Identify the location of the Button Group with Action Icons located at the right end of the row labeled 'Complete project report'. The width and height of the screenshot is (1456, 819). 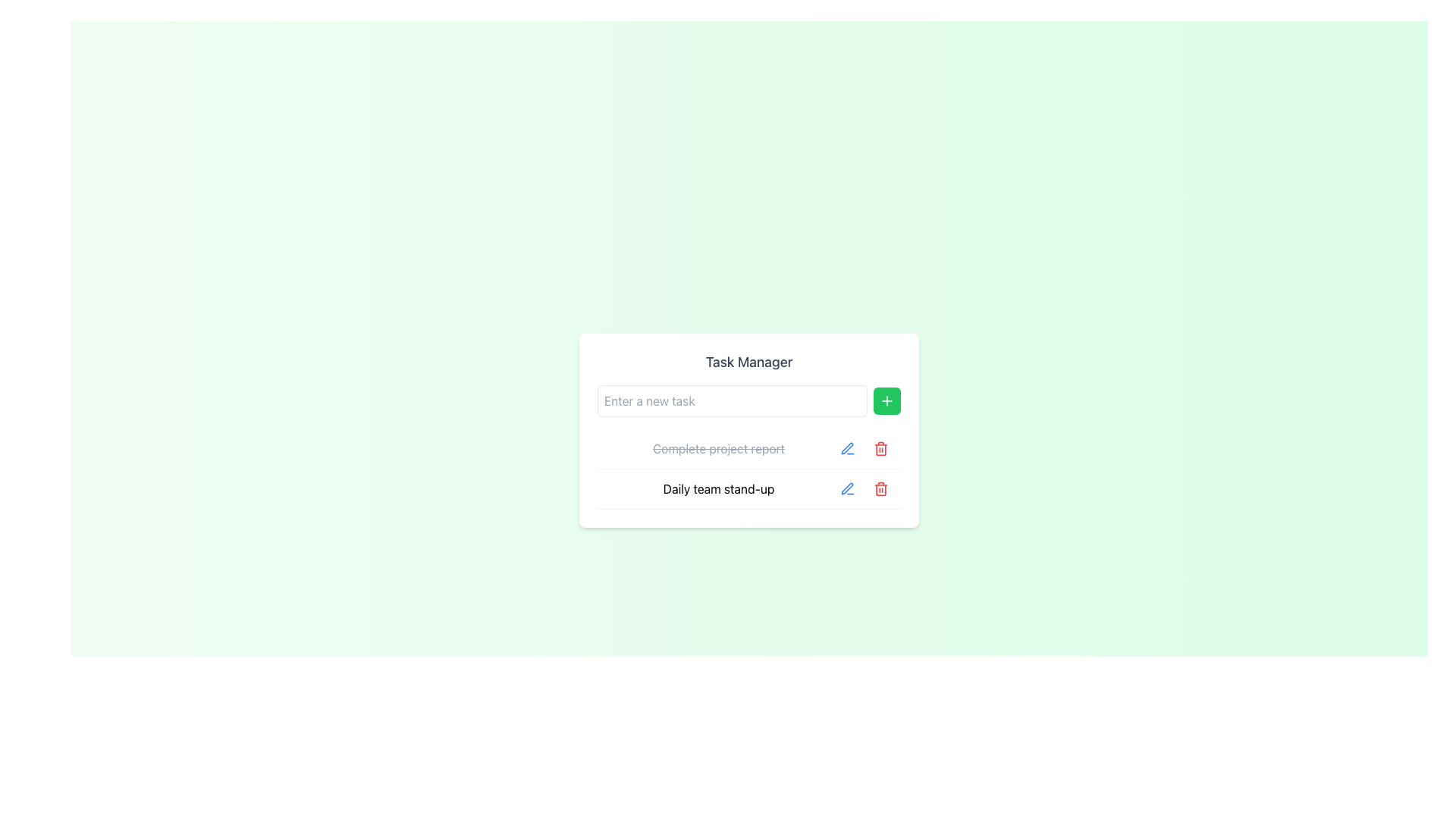
(864, 447).